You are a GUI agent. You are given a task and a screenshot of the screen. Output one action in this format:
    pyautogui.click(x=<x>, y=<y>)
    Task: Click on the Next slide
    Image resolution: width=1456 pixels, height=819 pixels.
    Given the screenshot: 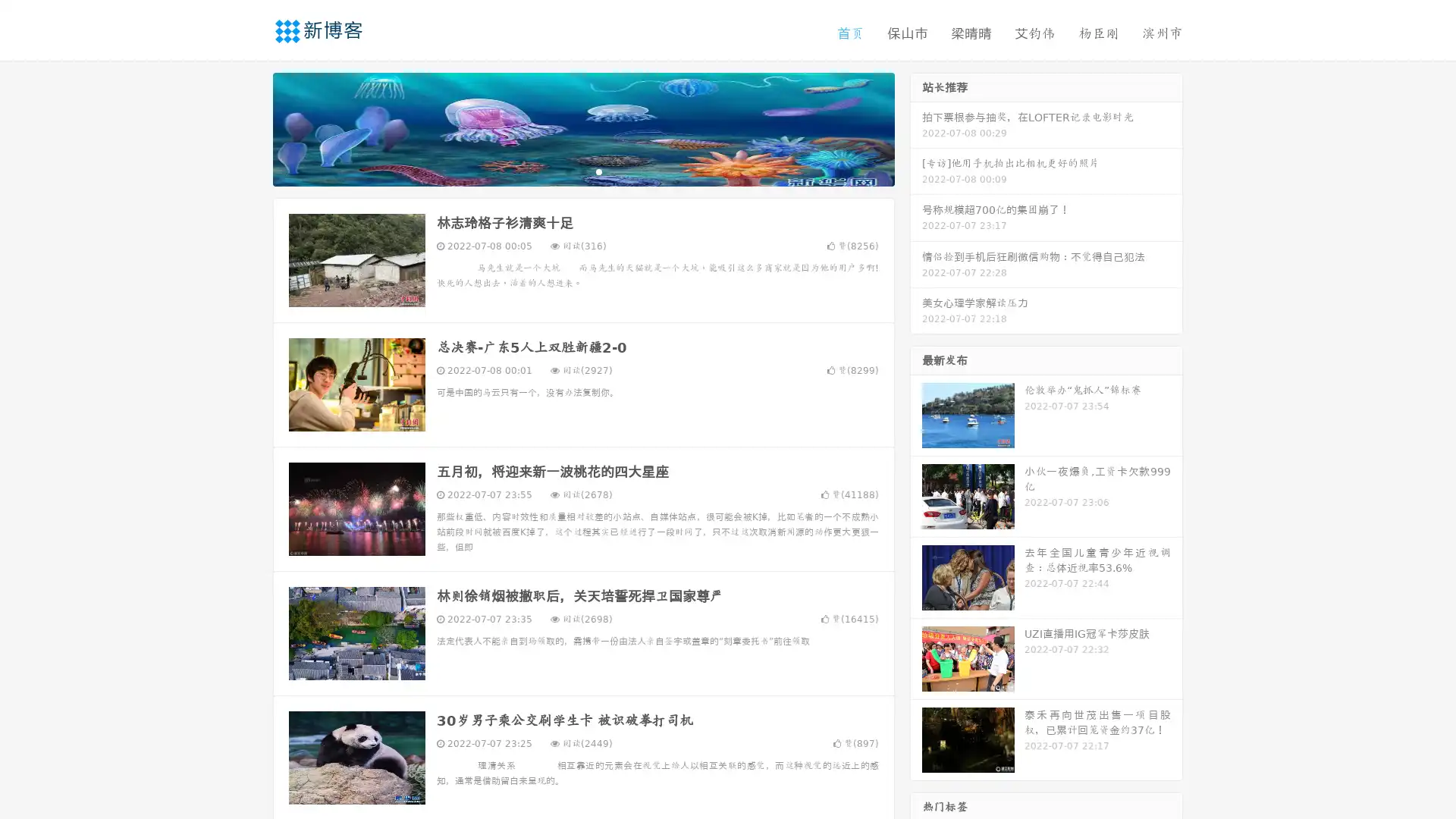 What is the action you would take?
    pyautogui.click(x=916, y=127)
    